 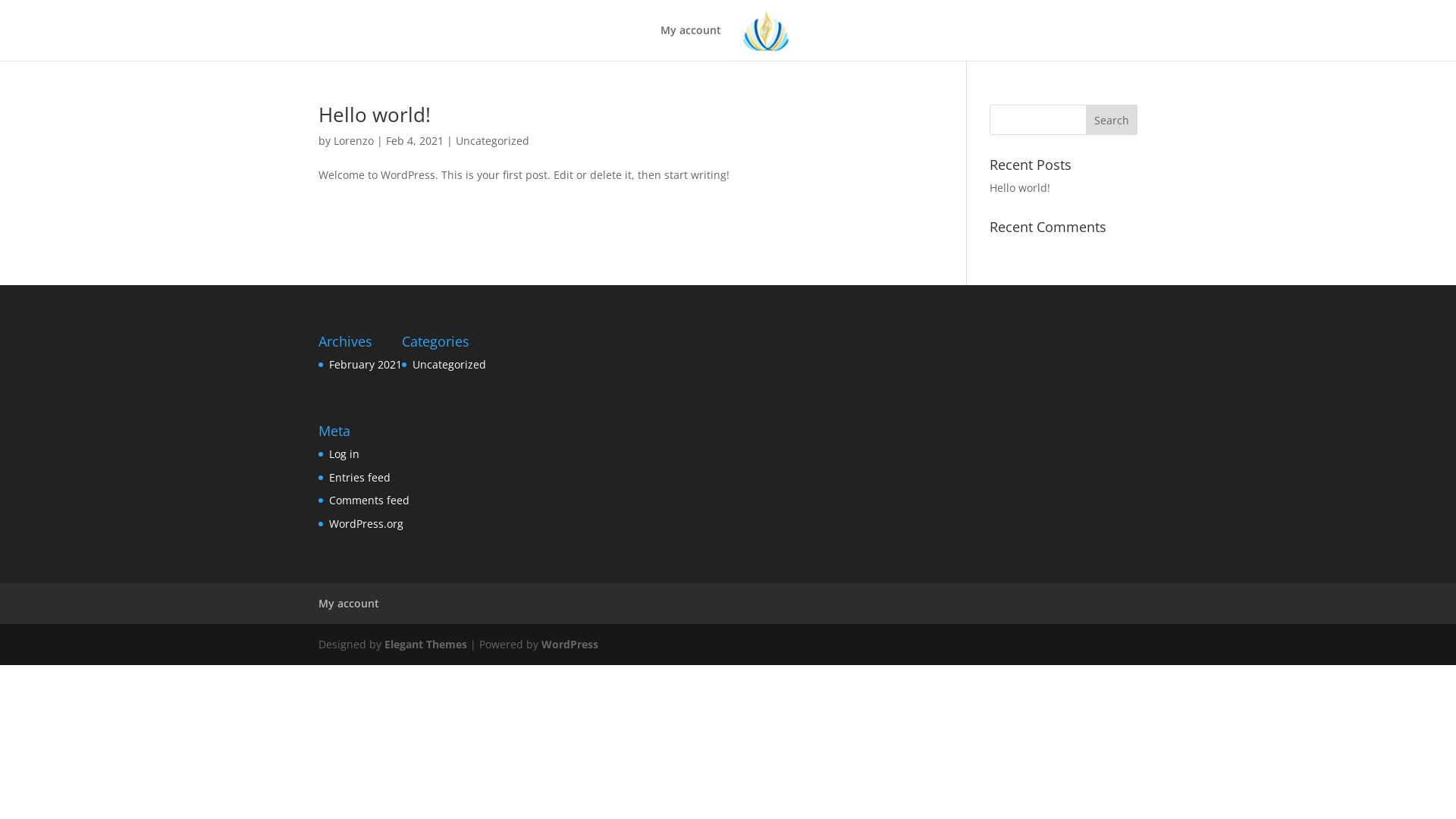 What do you see at coordinates (369, 500) in the screenshot?
I see `'Comments feed'` at bounding box center [369, 500].